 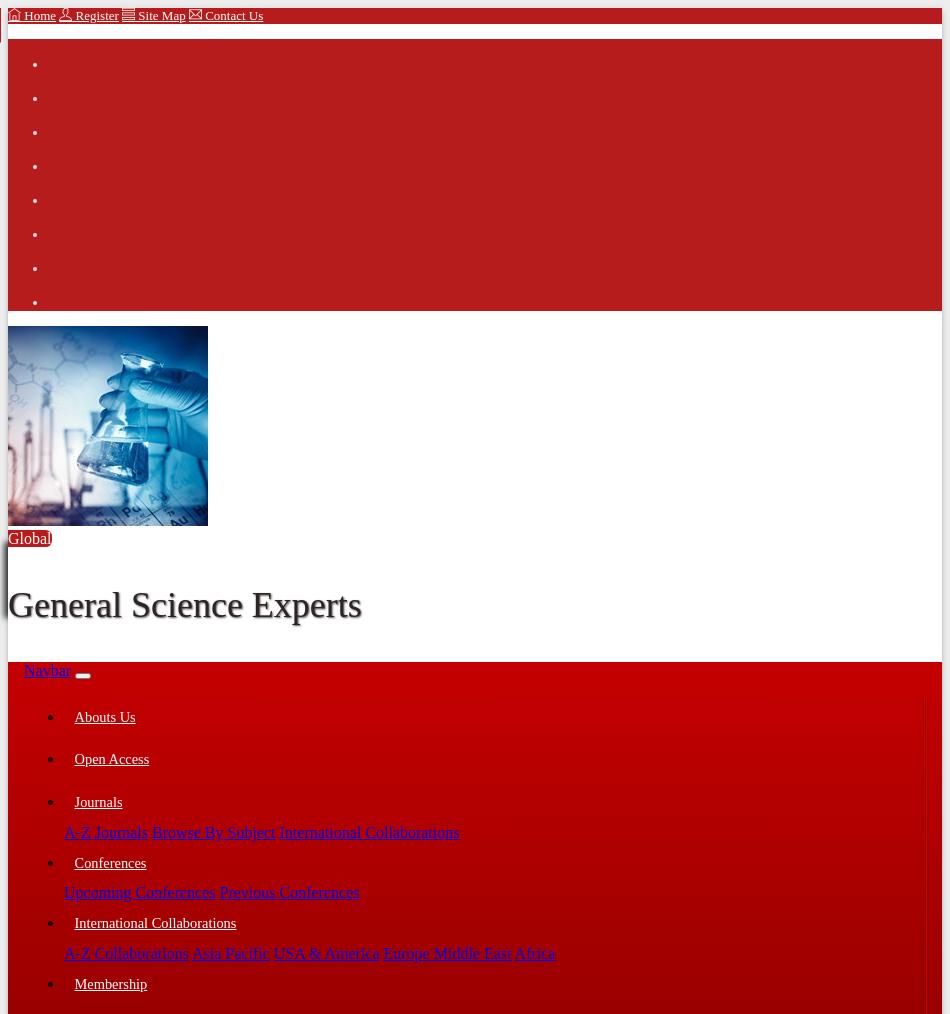 I want to click on 'Upcoming Conferences', so click(x=139, y=891).